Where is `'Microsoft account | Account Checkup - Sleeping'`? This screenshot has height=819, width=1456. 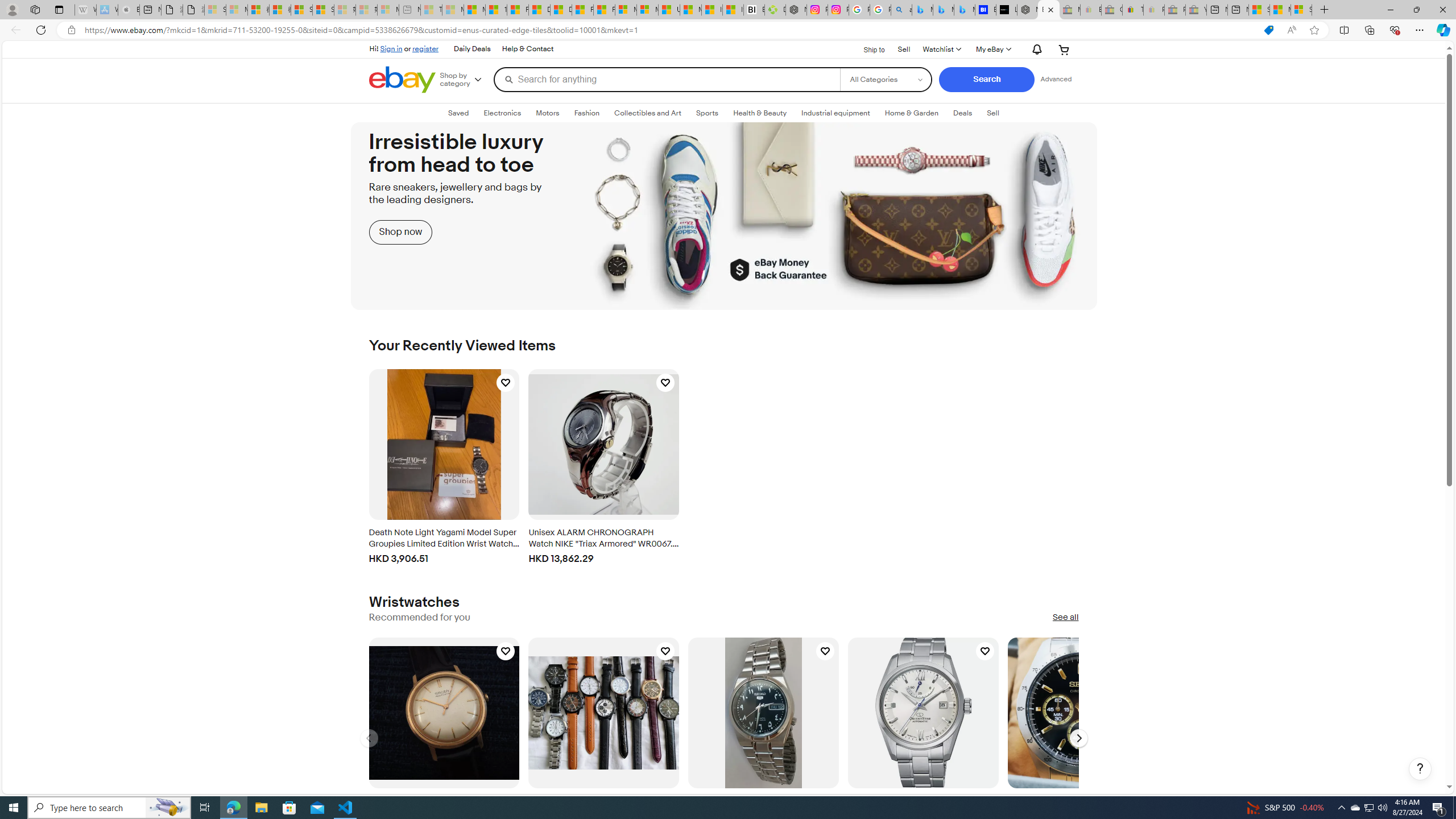
'Microsoft account | Account Checkup - Sleeping' is located at coordinates (387, 9).